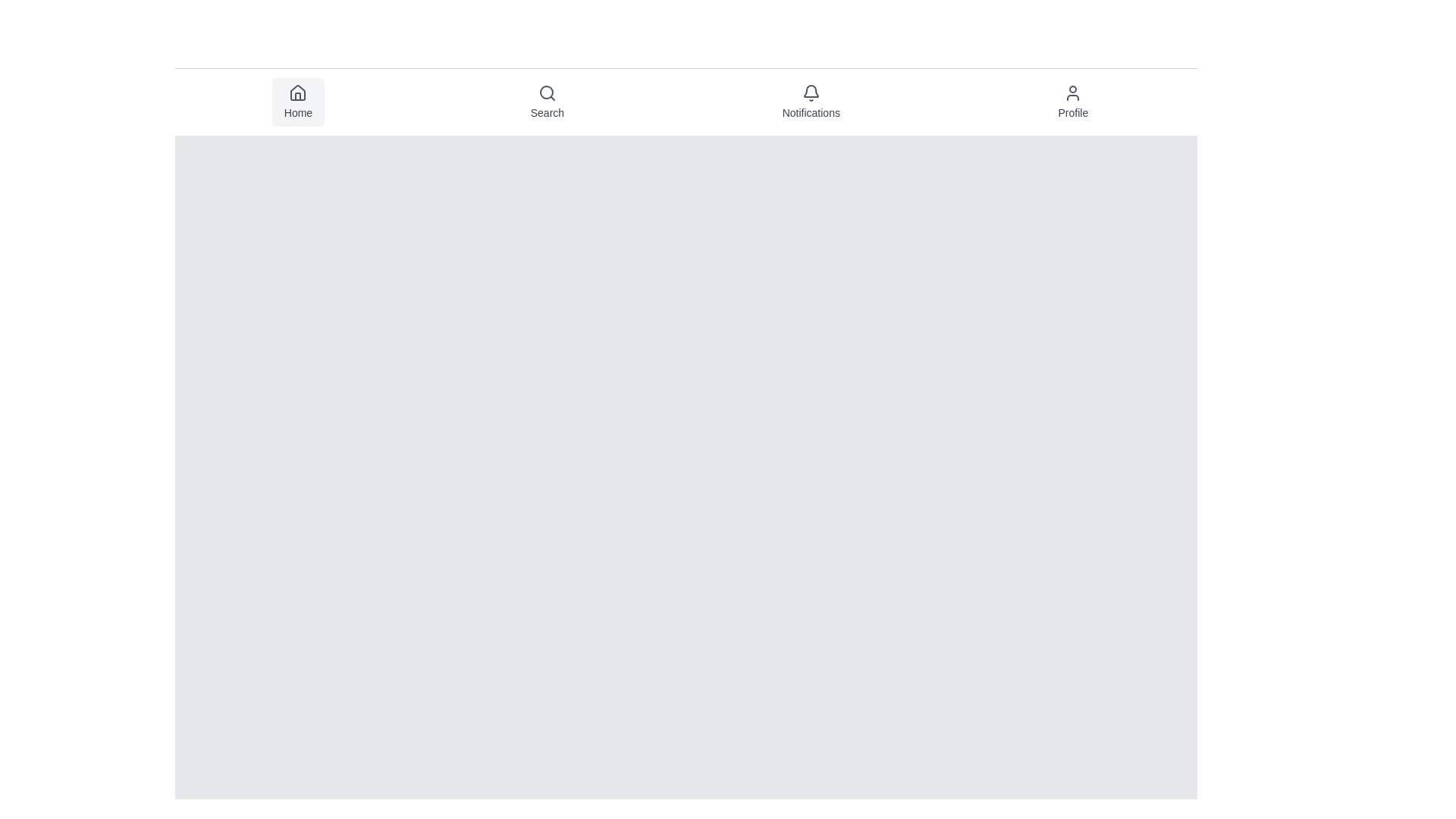  What do you see at coordinates (810, 102) in the screenshot?
I see `the 'Notifications' button, which features a bell icon and is the third item in the top navigation bar` at bounding box center [810, 102].